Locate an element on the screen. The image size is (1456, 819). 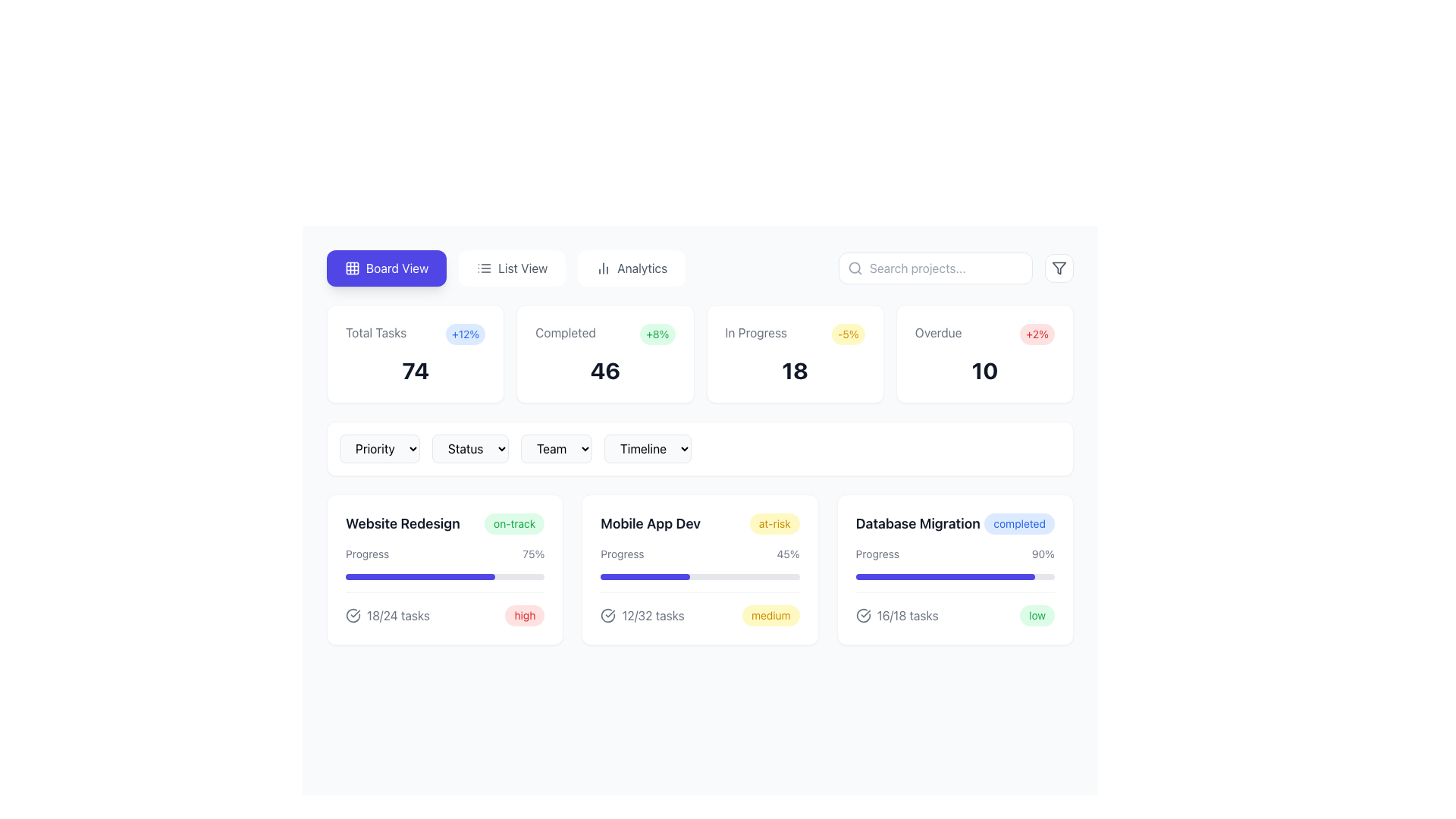
the numeral '10' displayed in the 'Overdue' card in the dashboard, which indicates the count of overdue items is located at coordinates (984, 371).